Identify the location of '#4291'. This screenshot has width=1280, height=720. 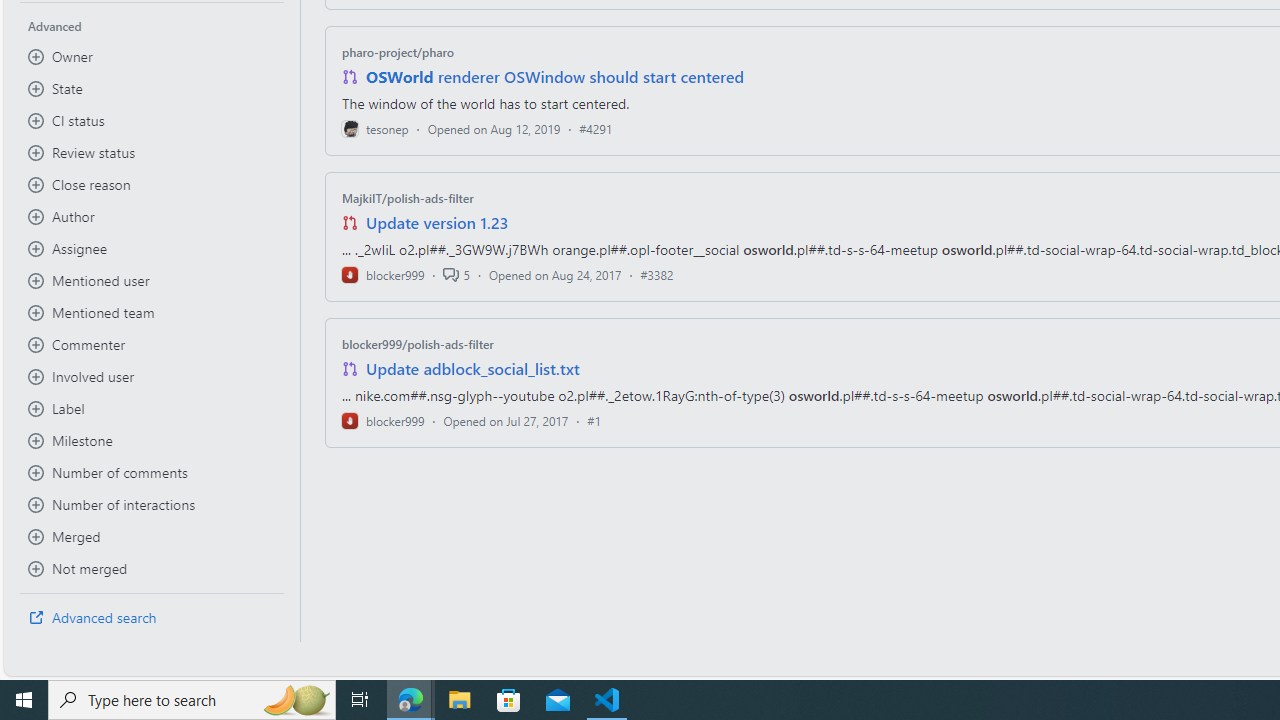
(594, 128).